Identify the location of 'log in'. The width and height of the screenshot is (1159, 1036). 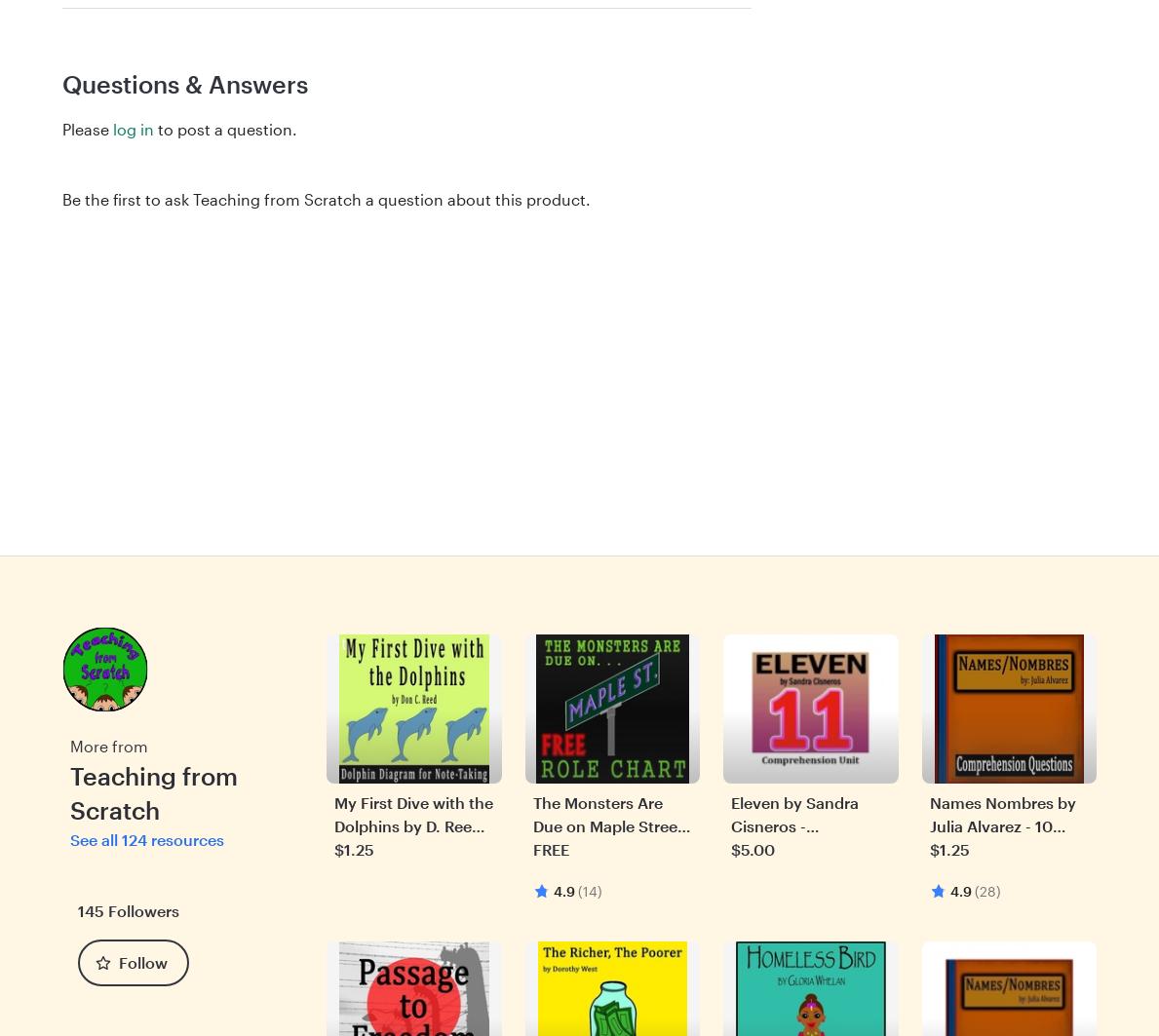
(132, 128).